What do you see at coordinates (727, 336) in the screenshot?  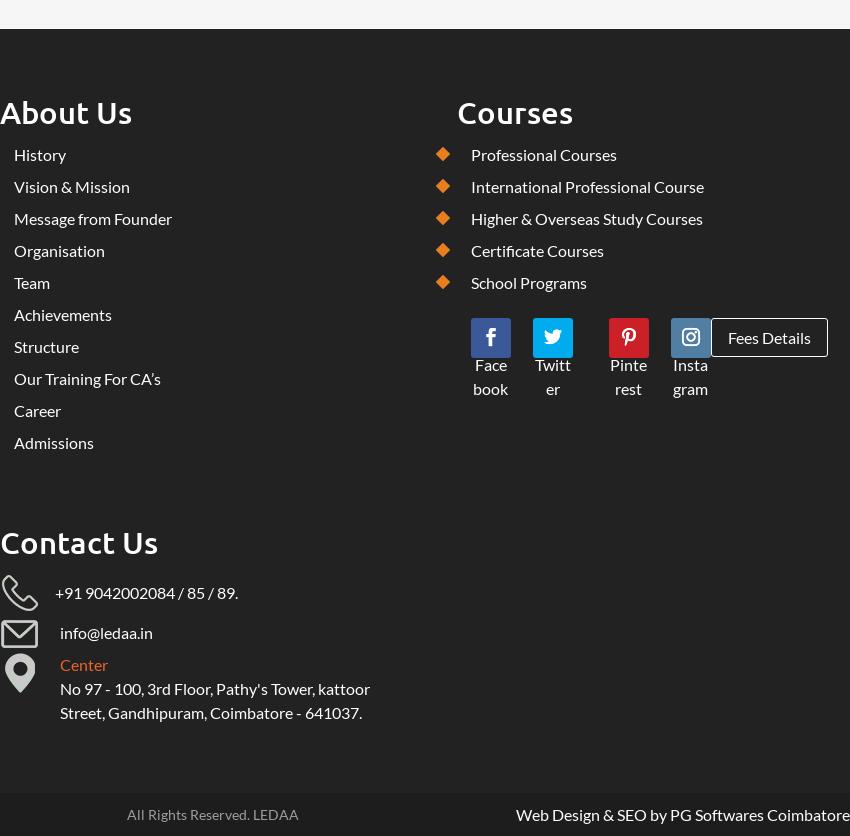 I see `'Fees Details'` at bounding box center [727, 336].